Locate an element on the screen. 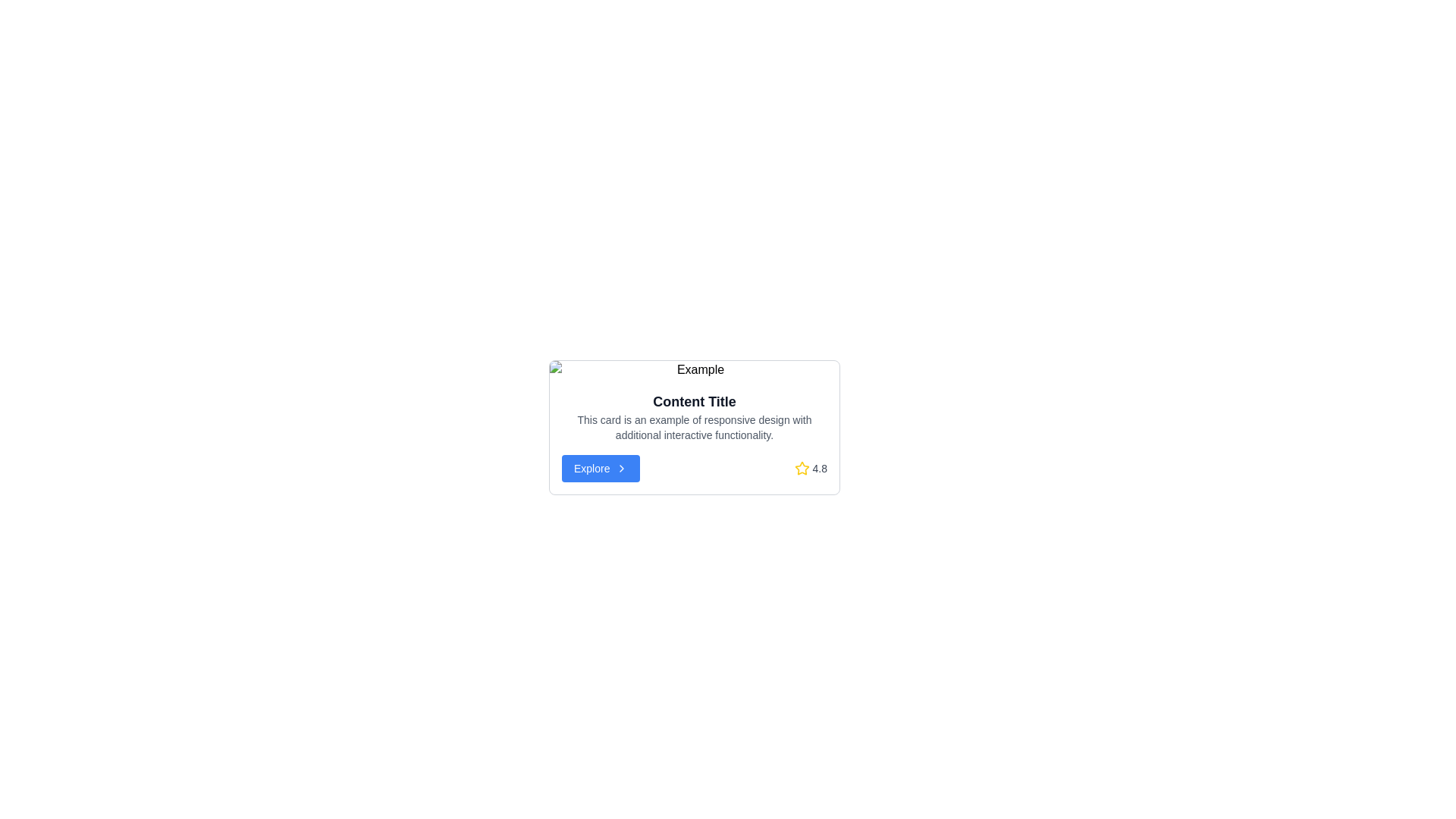  the small yellow star icon, which is outlined and styled in a modern design, located towards the bottom-right corner of the card interface is located at coordinates (801, 467).